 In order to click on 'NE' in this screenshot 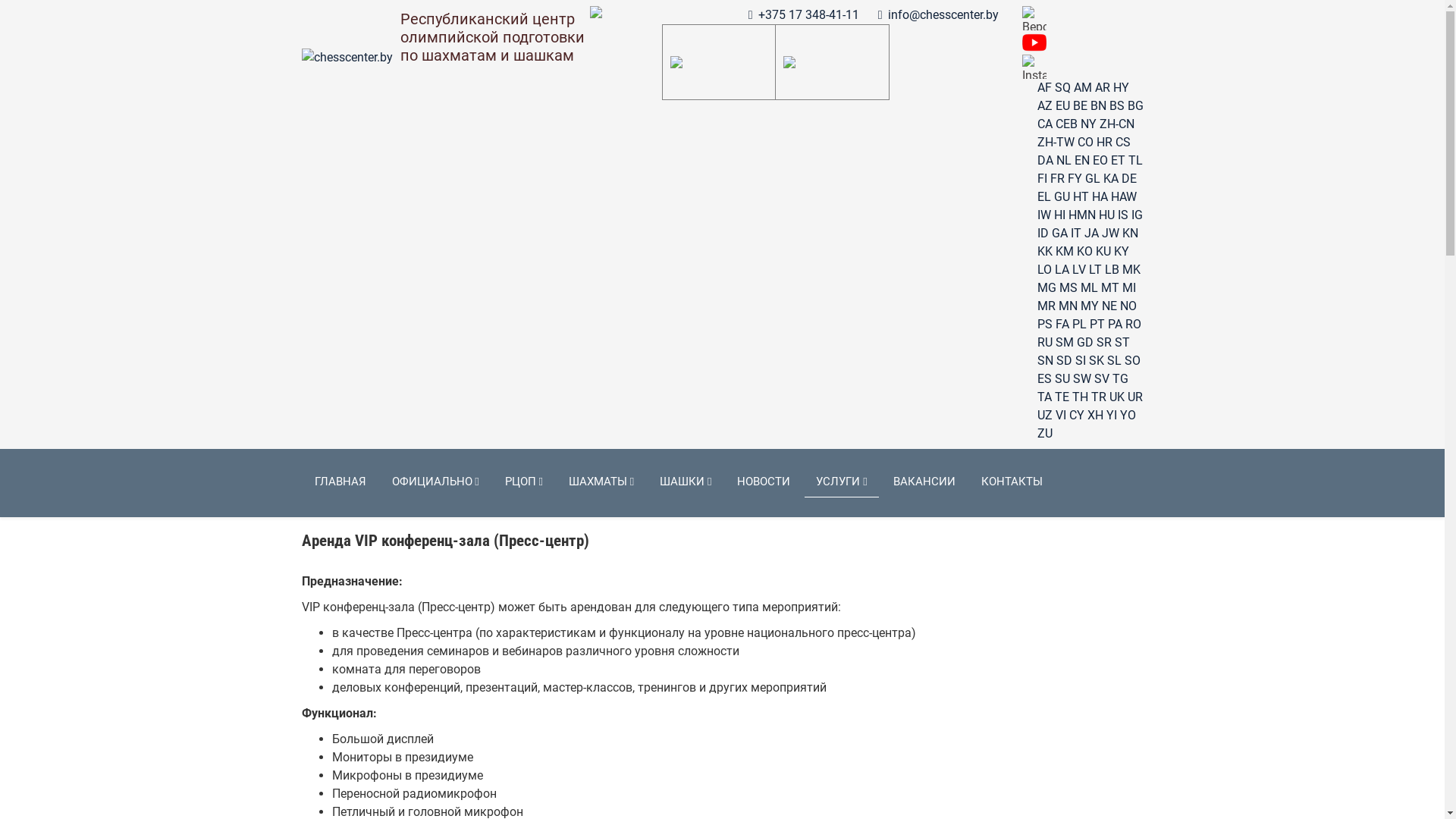, I will do `click(1100, 306)`.